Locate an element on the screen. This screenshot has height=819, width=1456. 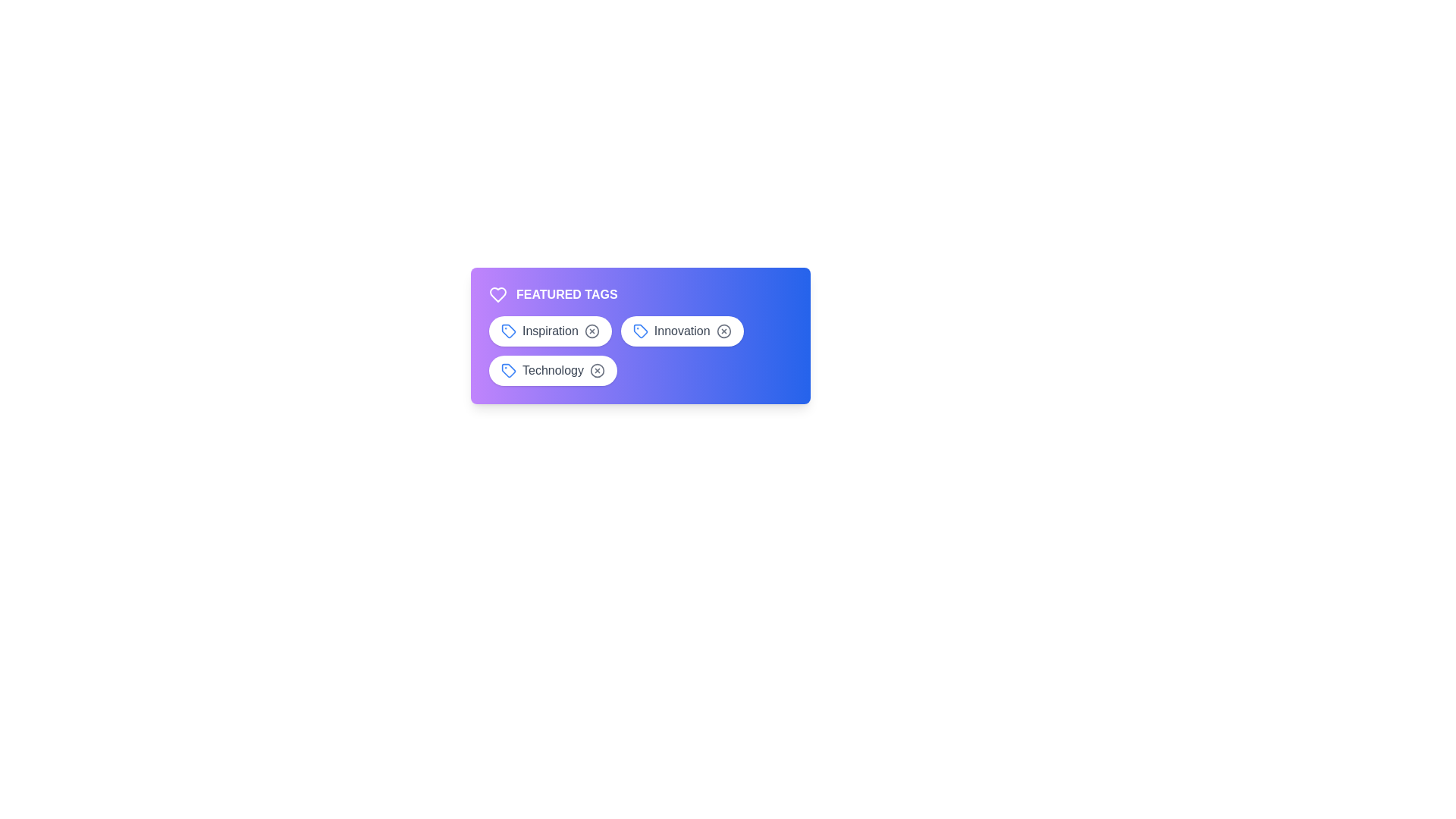
the heart-shaped icon is located at coordinates (498, 295).